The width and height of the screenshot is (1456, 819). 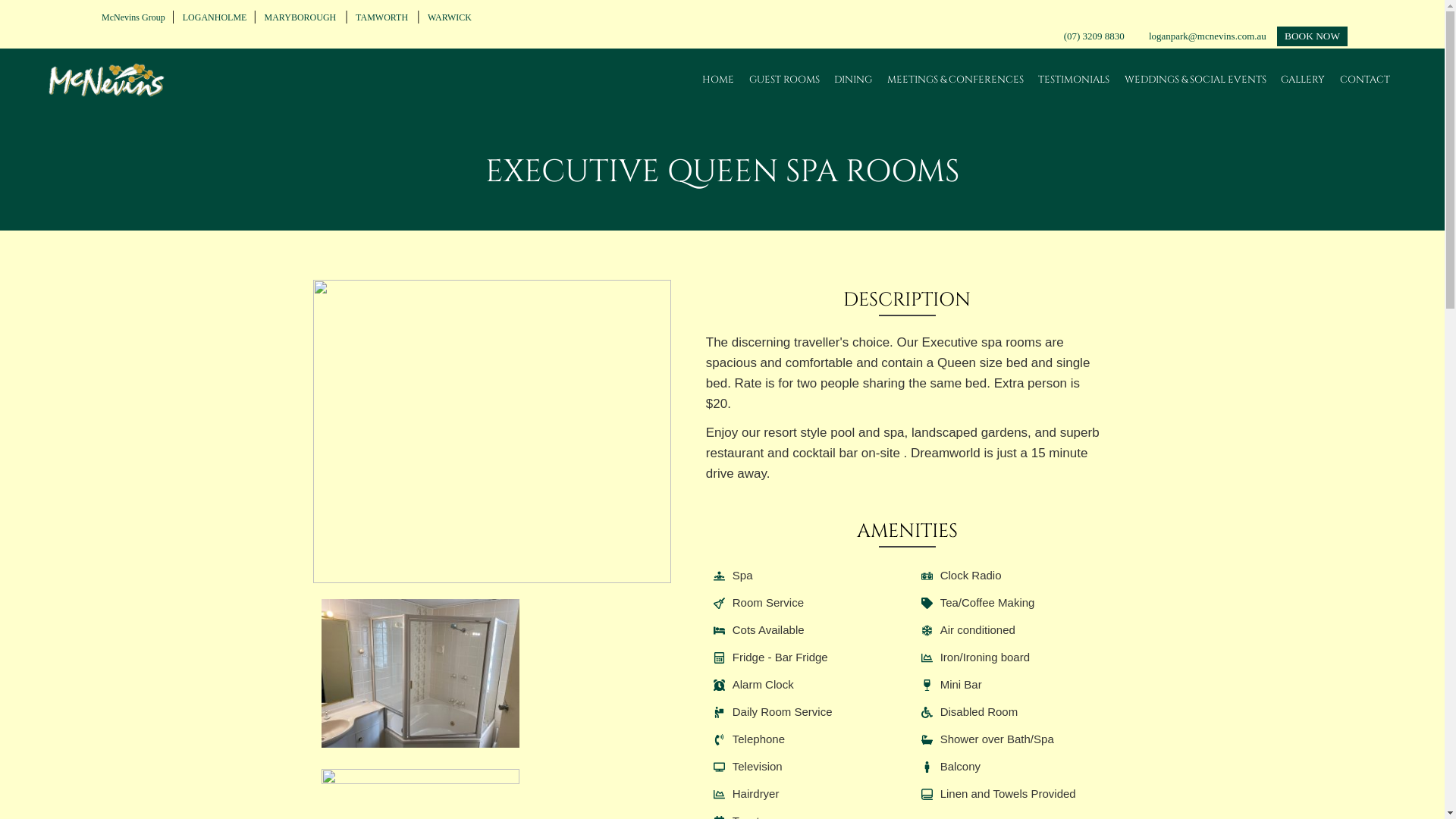 What do you see at coordinates (784, 79) in the screenshot?
I see `'GUEST ROOMS'` at bounding box center [784, 79].